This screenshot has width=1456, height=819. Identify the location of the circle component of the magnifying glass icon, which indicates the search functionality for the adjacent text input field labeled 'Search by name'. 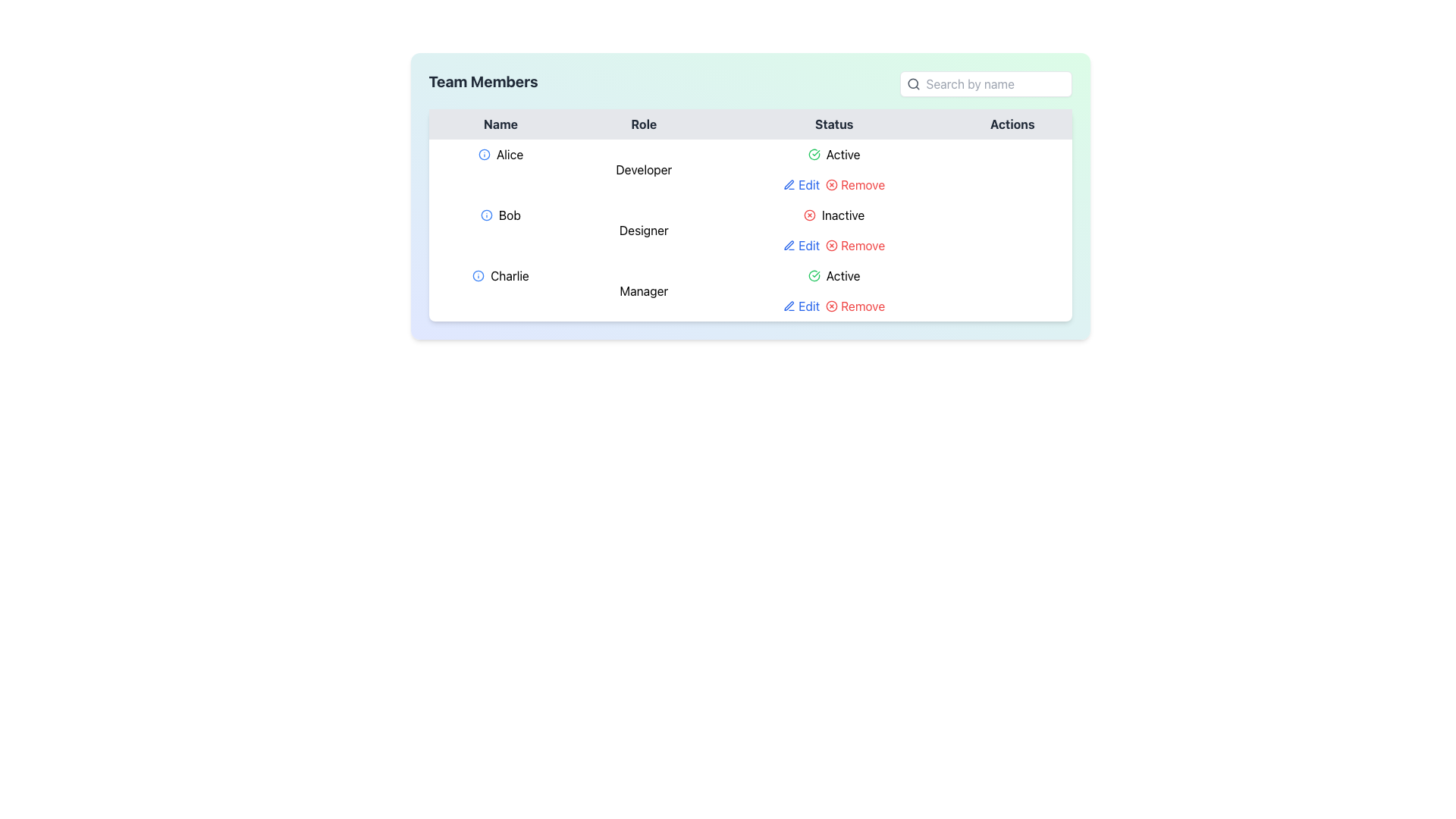
(912, 83).